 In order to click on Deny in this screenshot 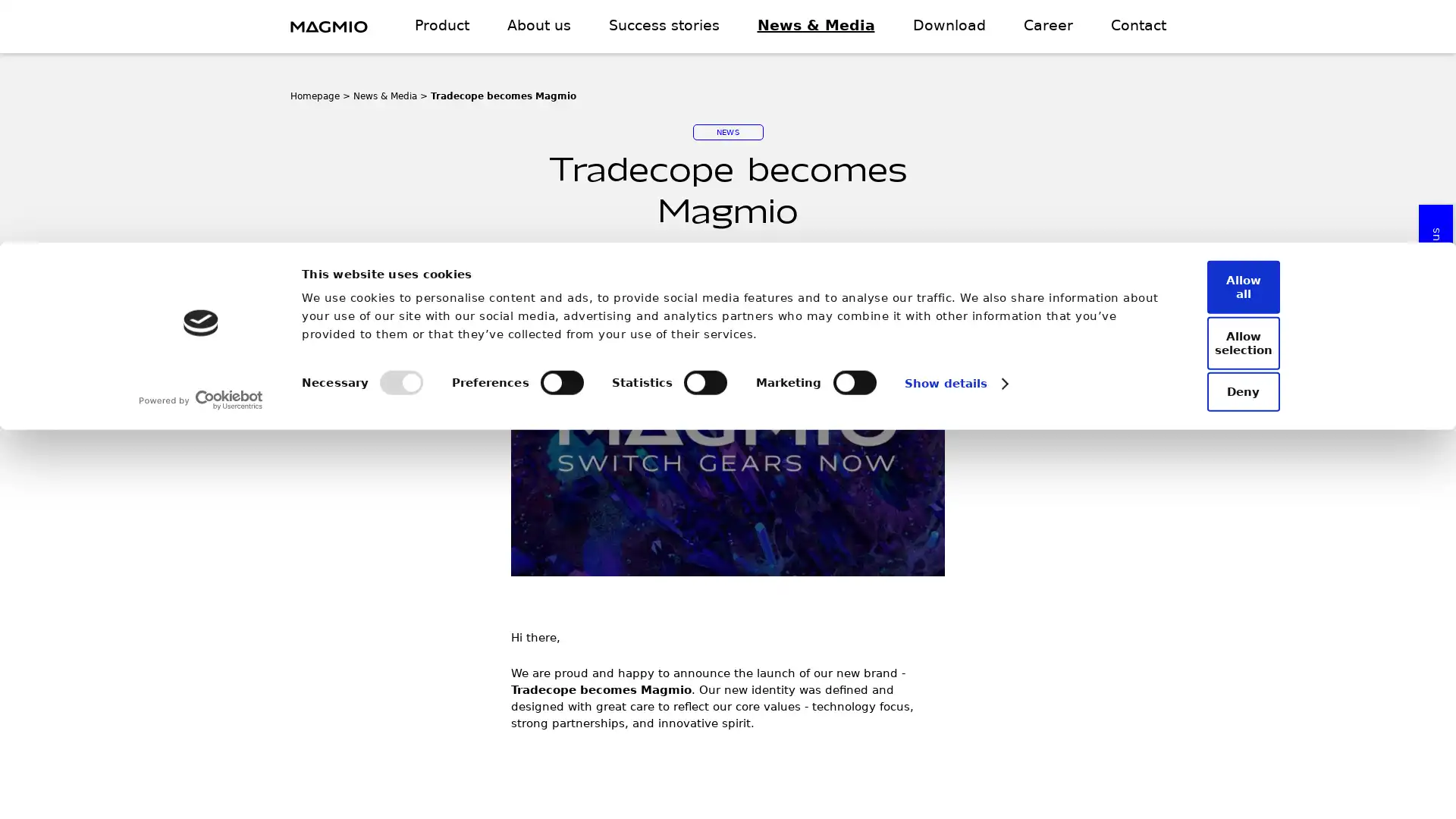, I will do `click(1226, 776)`.